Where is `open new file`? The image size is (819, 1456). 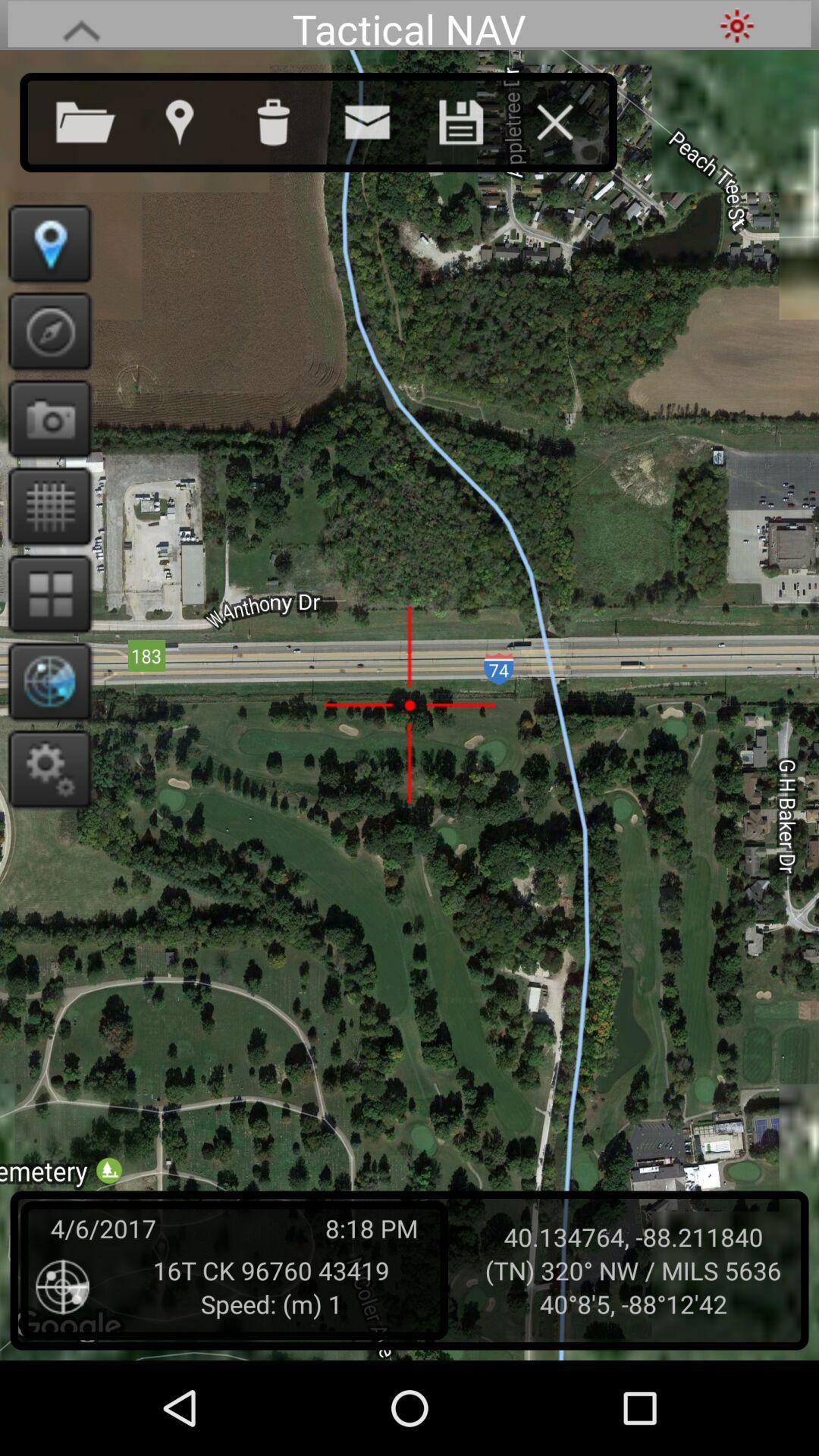 open new file is located at coordinates (101, 118).